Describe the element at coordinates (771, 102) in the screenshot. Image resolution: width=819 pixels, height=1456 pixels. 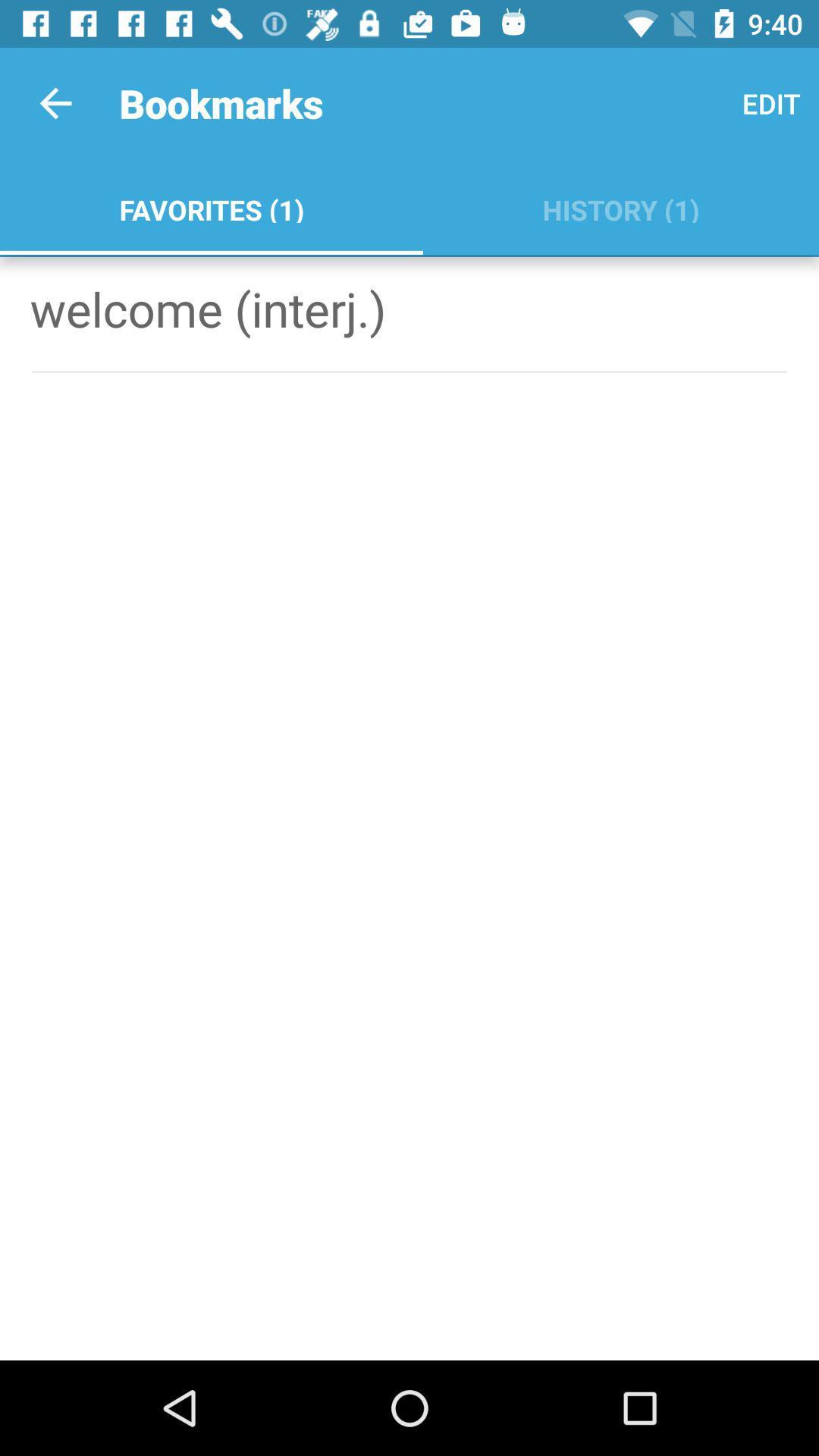
I see `icon to the right of favorites (1) app` at that location.